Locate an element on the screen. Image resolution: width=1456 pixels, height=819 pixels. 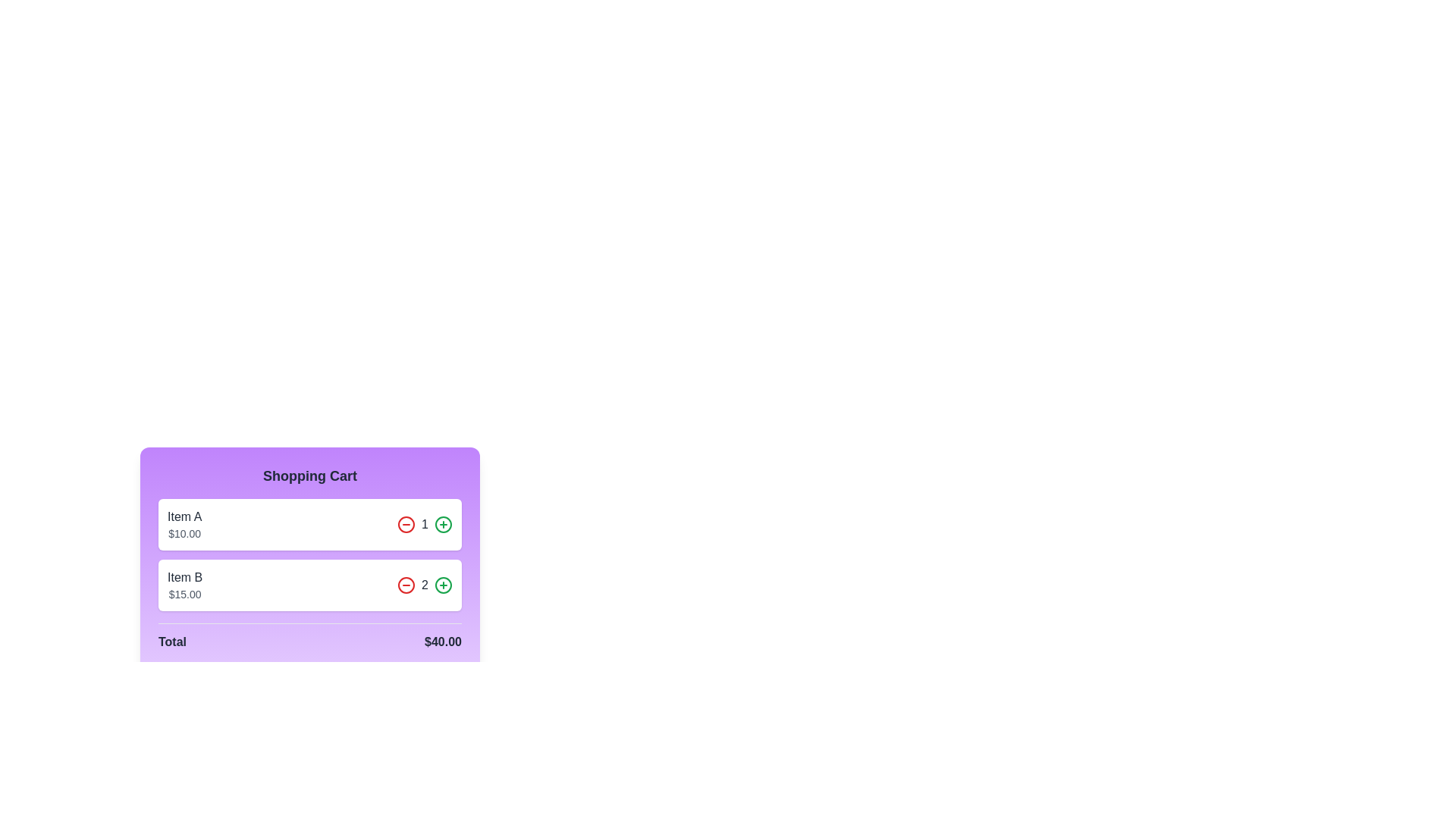
the text label displaying 'Item B' which is part of the shopping cart interface, located in the second item row and aligned with the price '$15.00' is located at coordinates (184, 578).